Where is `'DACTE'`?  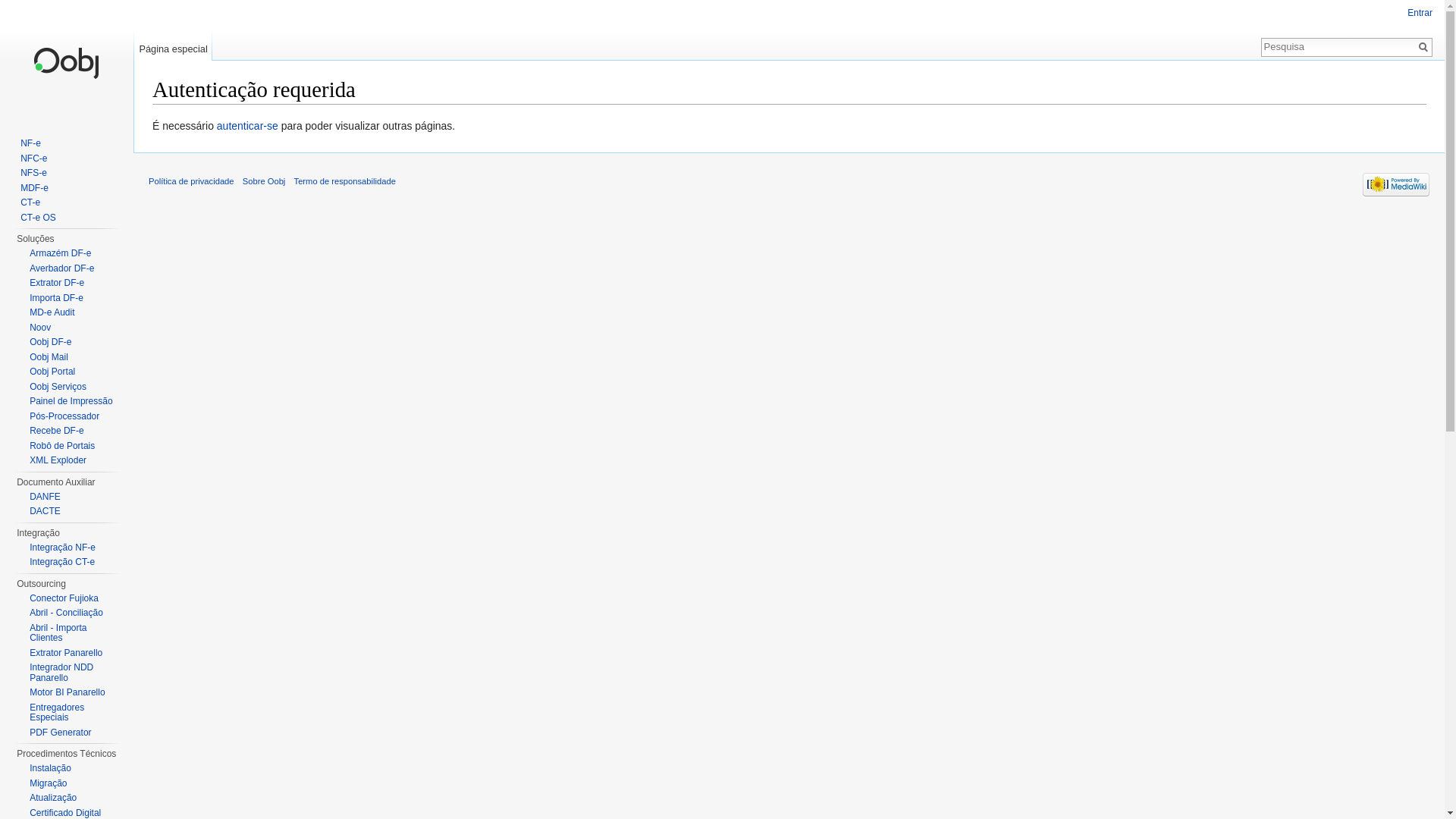
'DACTE' is located at coordinates (45, 511).